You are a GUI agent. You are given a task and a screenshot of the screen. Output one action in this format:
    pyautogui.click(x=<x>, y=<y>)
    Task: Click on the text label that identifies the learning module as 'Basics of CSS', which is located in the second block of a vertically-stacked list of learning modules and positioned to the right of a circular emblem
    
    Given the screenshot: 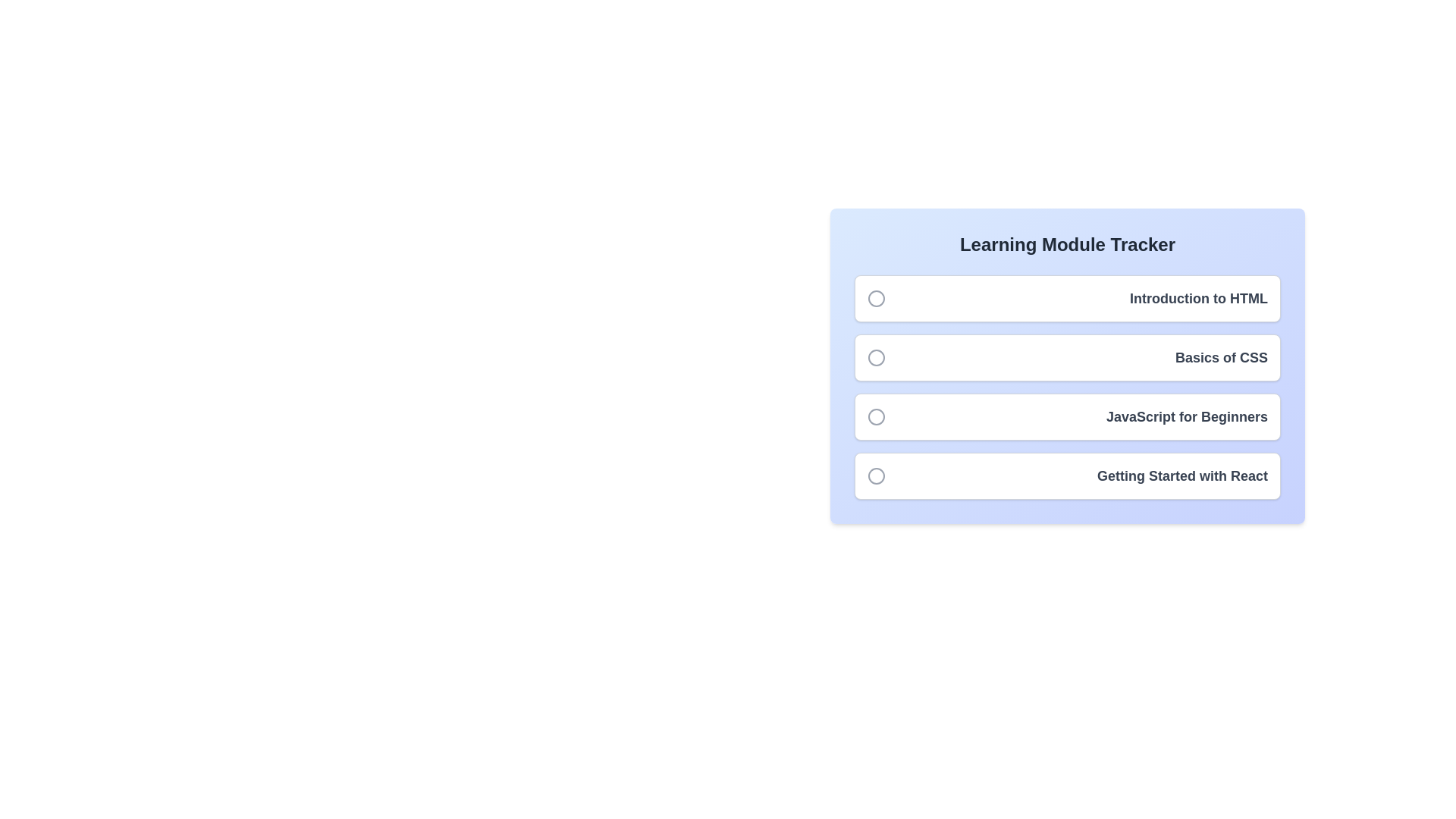 What is the action you would take?
    pyautogui.click(x=1222, y=357)
    